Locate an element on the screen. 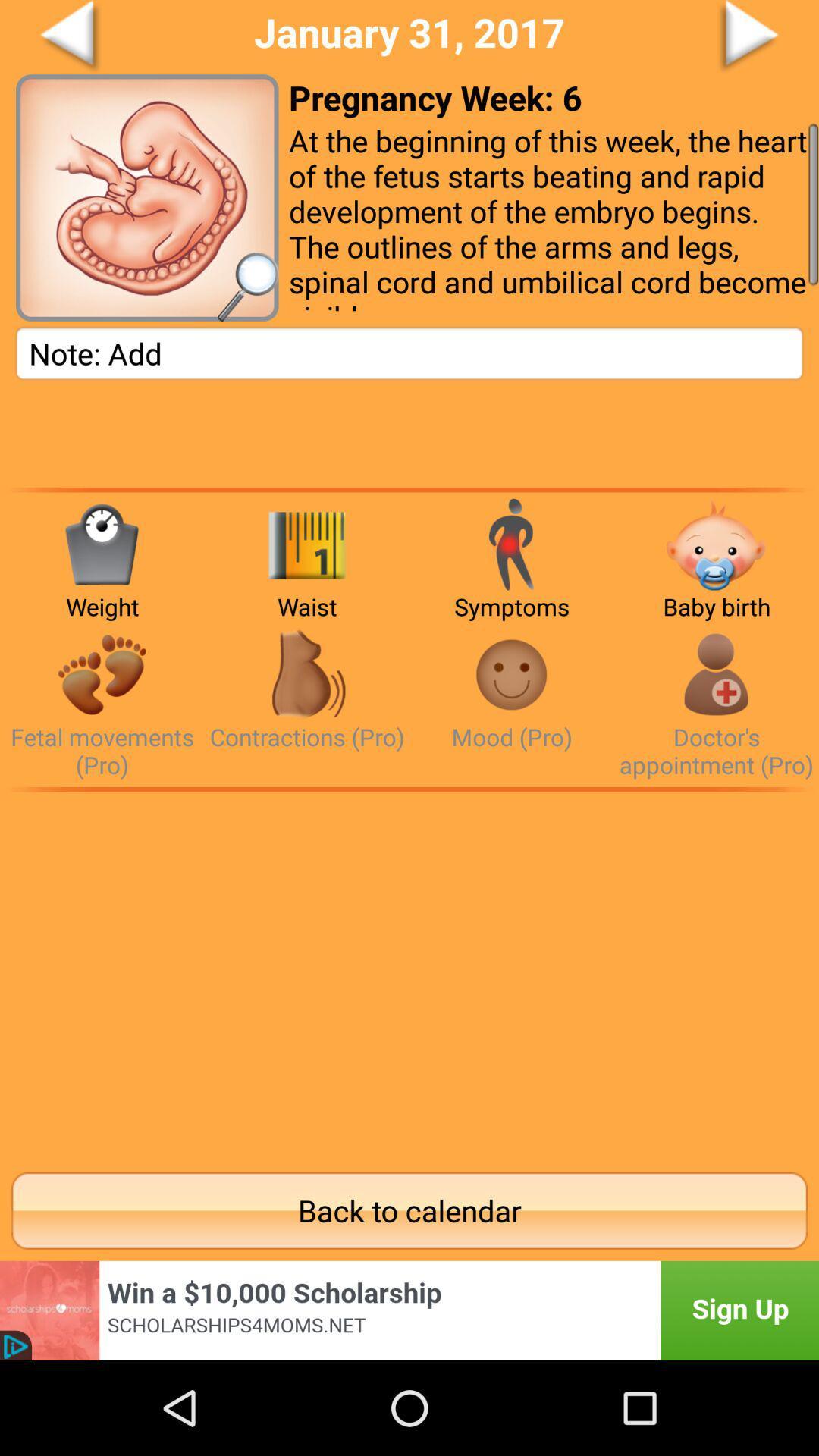 The image size is (819, 1456). go forward is located at coordinates (692, 37).